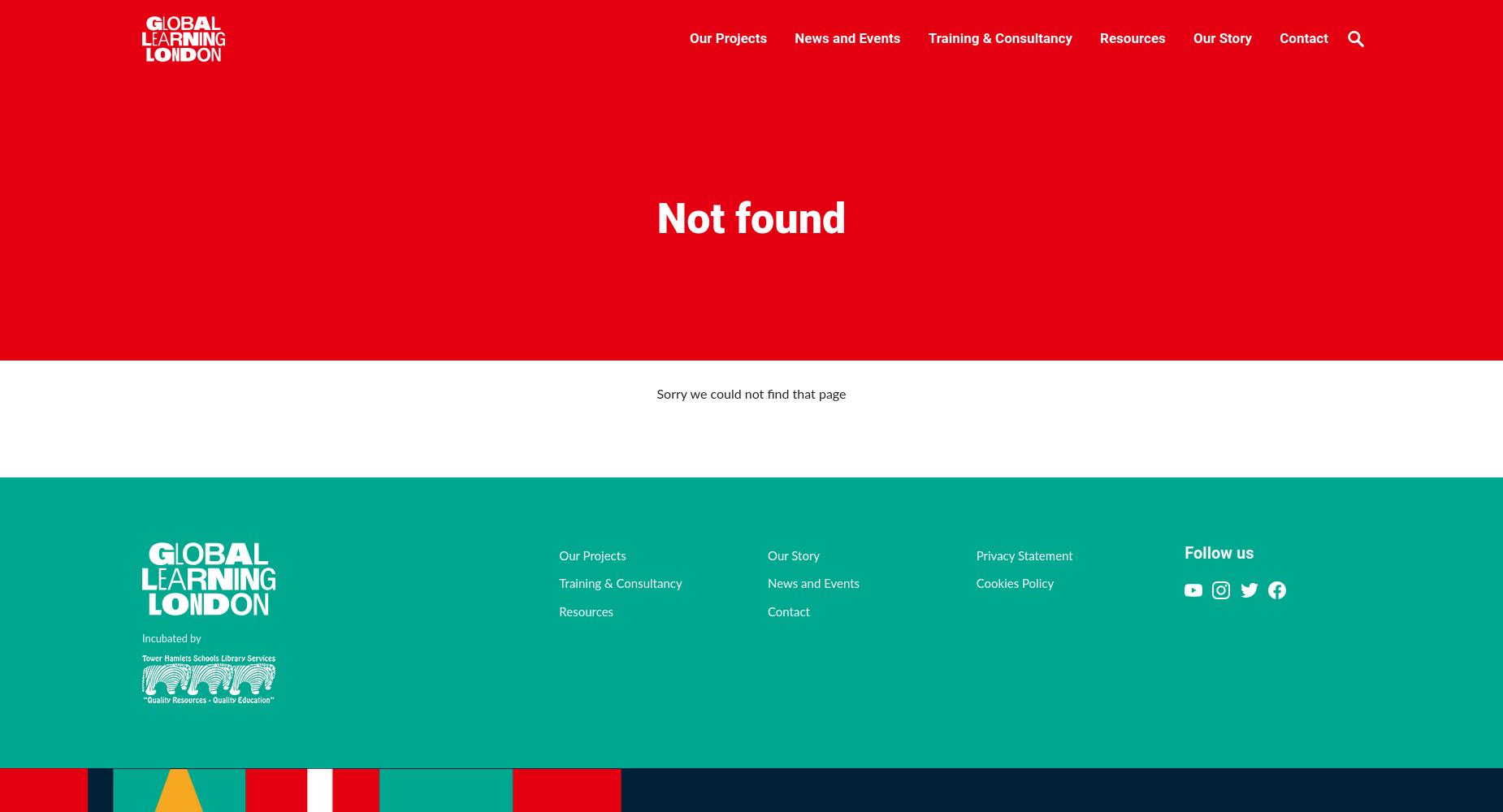 This screenshot has height=812, width=1503. Describe the element at coordinates (1219, 552) in the screenshot. I see `'Follow us'` at that location.